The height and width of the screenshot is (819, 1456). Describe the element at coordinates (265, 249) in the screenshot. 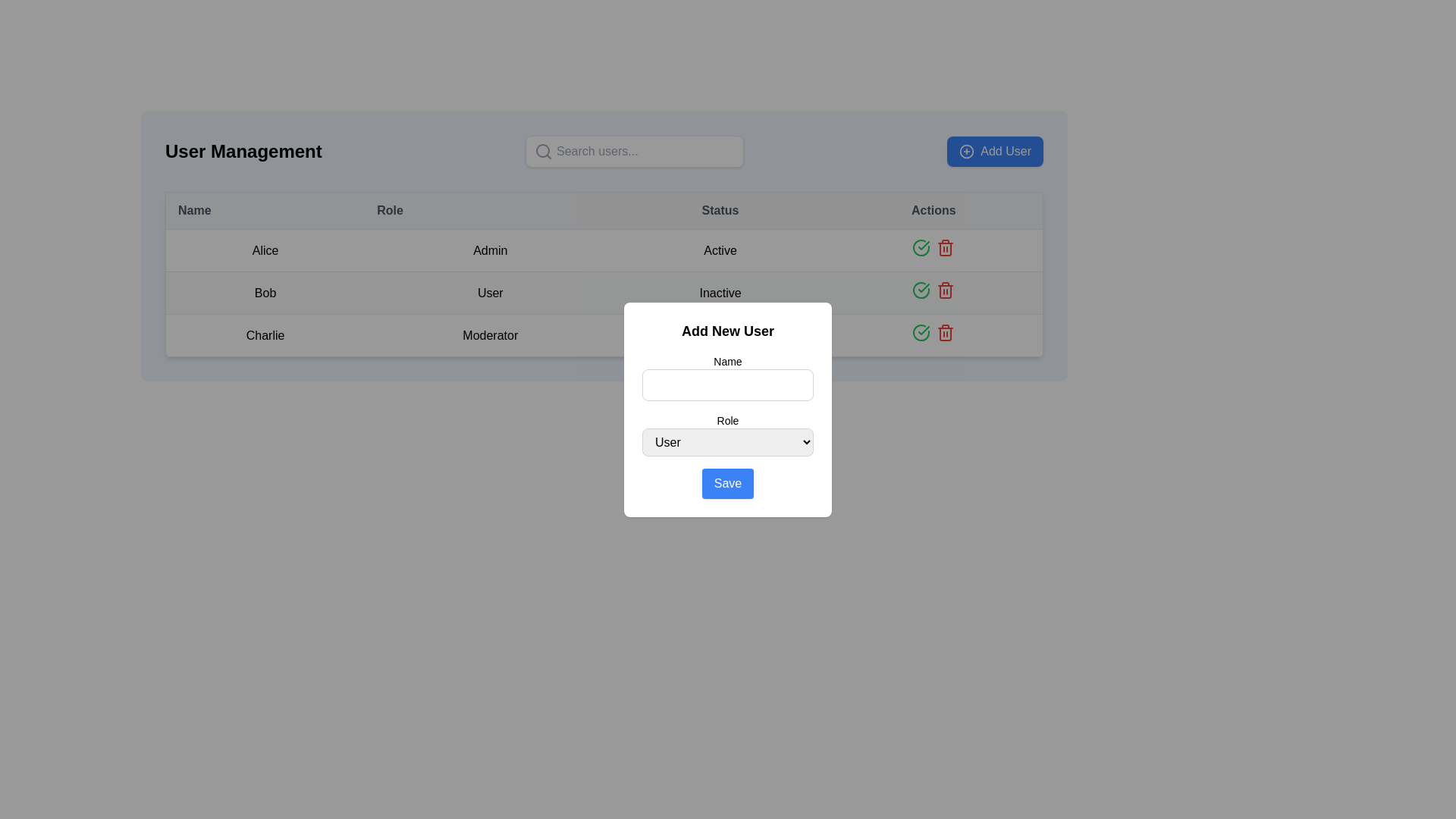

I see `text content of the 'Alice' entry in the first row of the table under the 'Name' column` at that location.